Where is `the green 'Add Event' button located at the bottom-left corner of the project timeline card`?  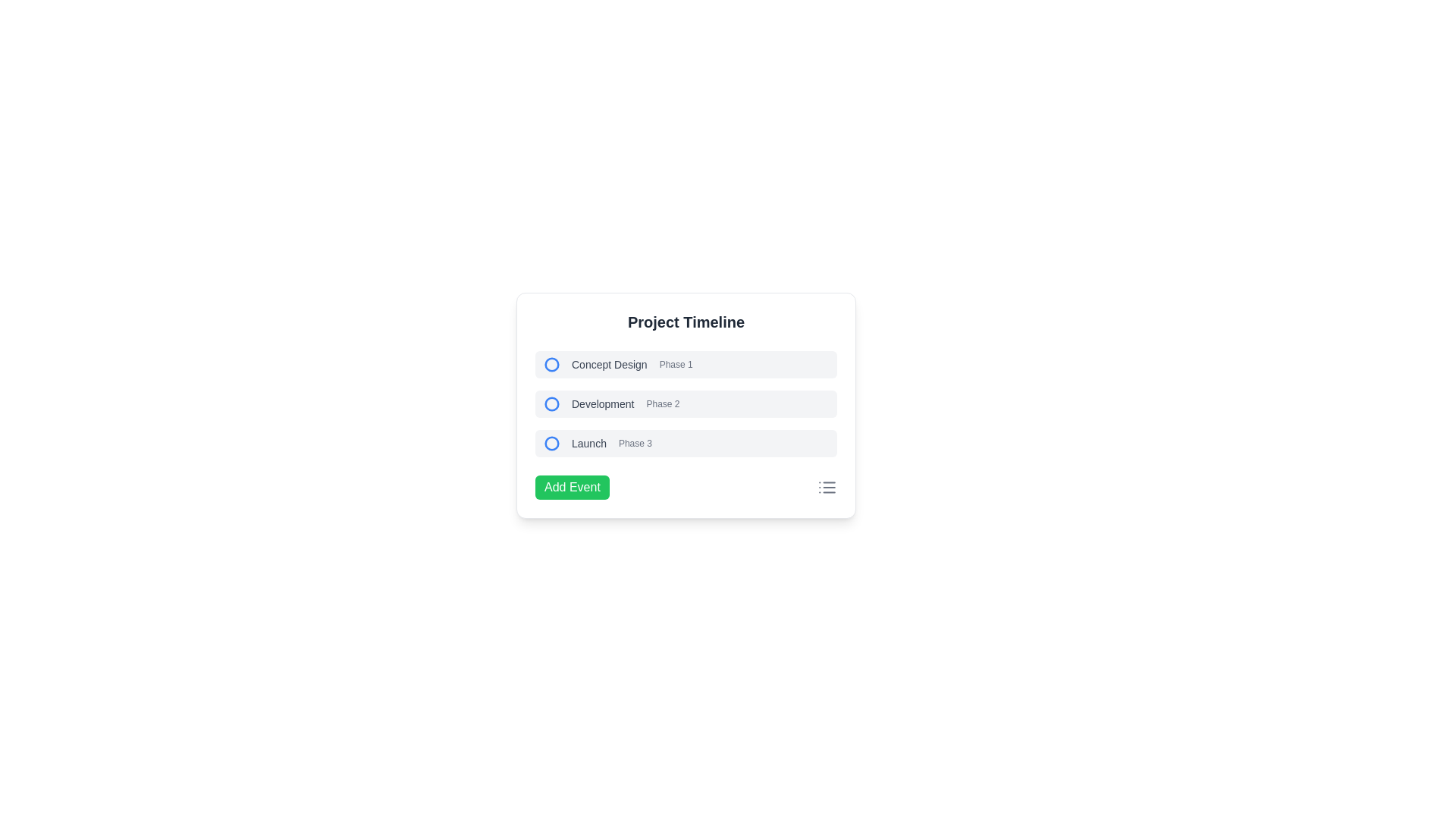 the green 'Add Event' button located at the bottom-left corner of the project timeline card is located at coordinates (570, 488).